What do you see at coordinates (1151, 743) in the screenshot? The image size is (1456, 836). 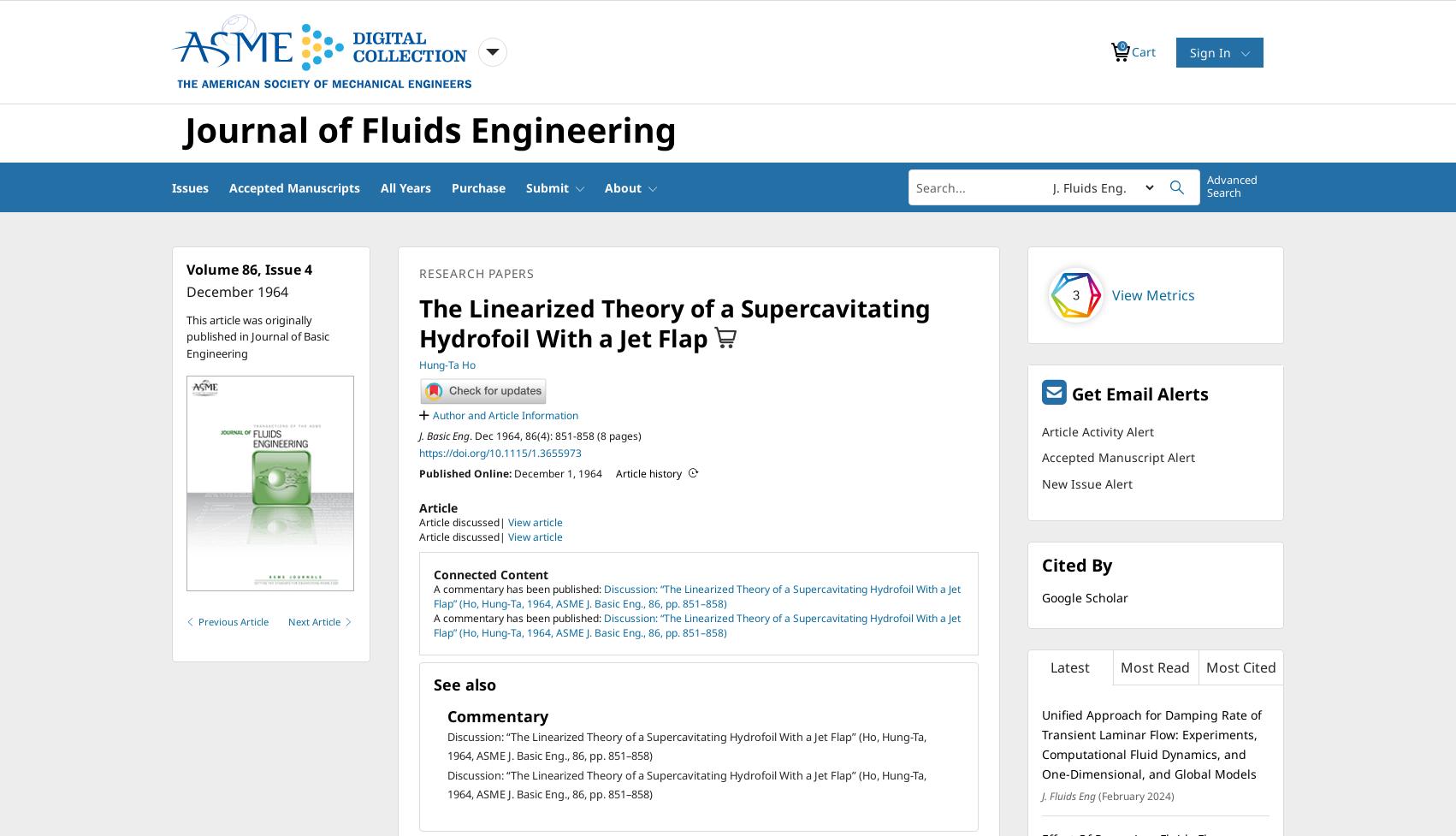 I see `'Unified Approach for Damping Rate of Transient Laminar Flow: Experiments, Computational Fluid Dynamics, and One-Dimensional, and Global Models'` at bounding box center [1151, 743].